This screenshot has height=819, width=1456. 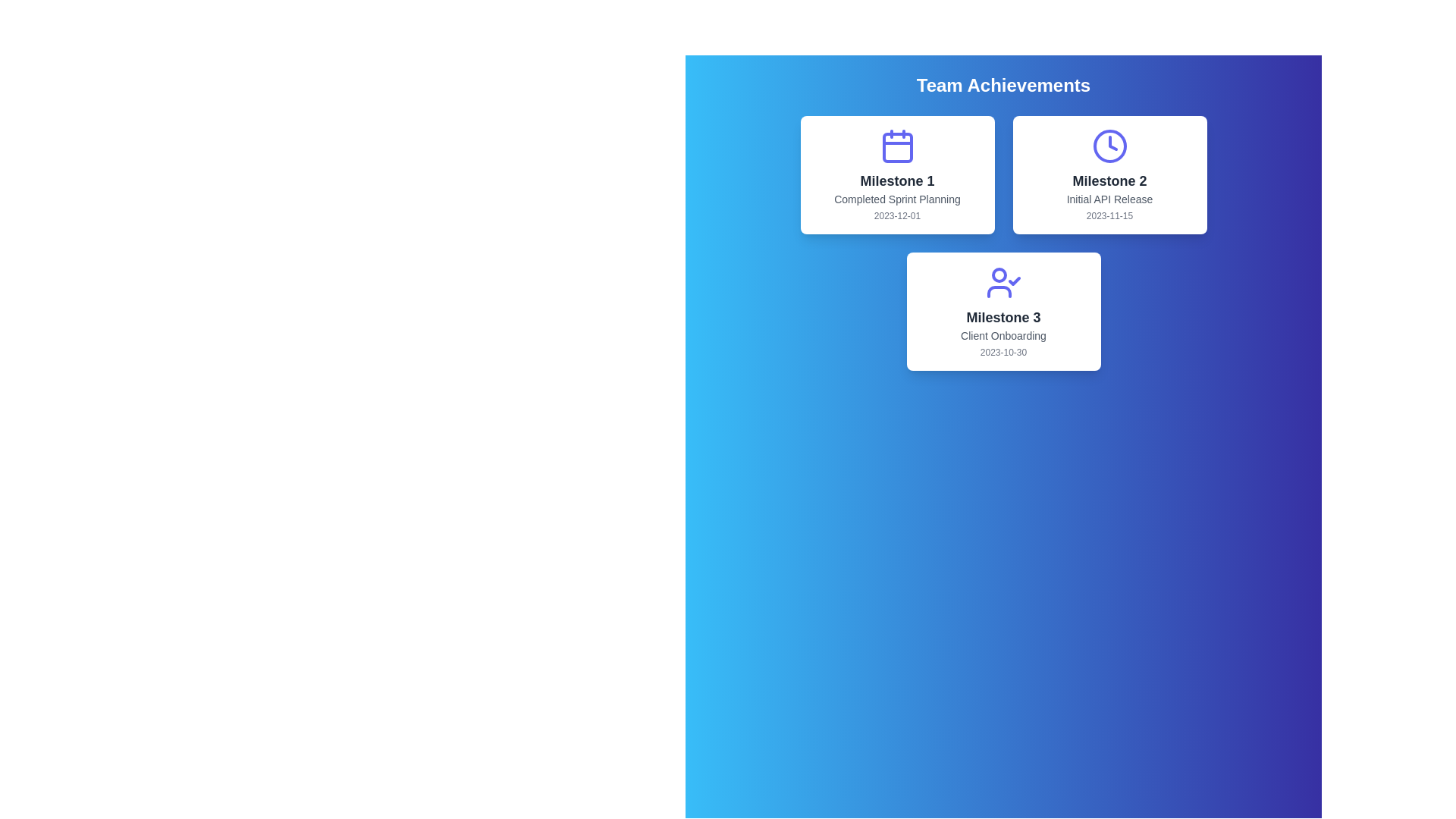 I want to click on the text label that displays 'Milestone 2', which is located in the second milestone card at the top-right of the milestone grid, so click(x=1109, y=180).